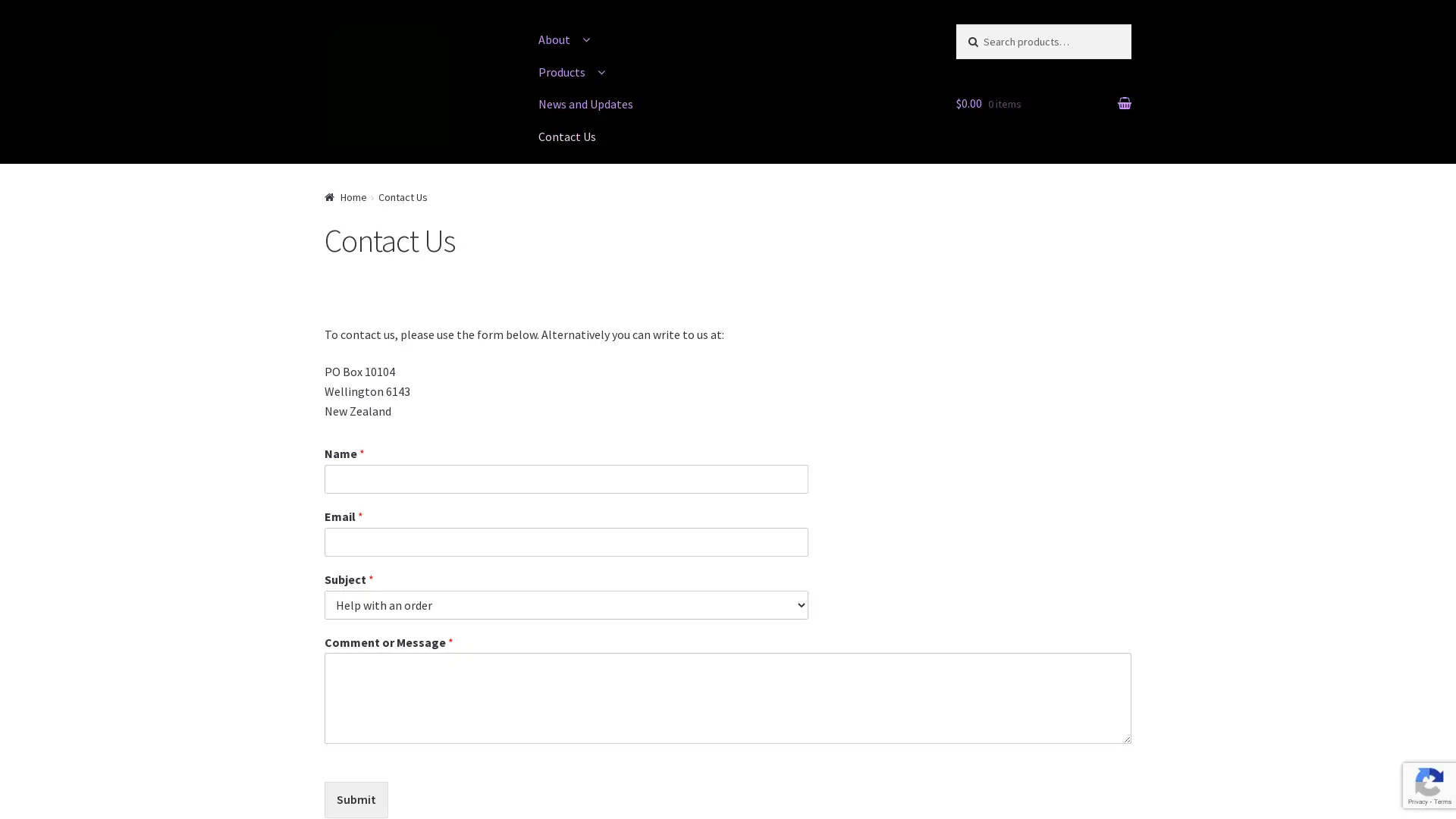 This screenshot has height=819, width=1456. What do you see at coordinates (987, 38) in the screenshot?
I see `Search` at bounding box center [987, 38].